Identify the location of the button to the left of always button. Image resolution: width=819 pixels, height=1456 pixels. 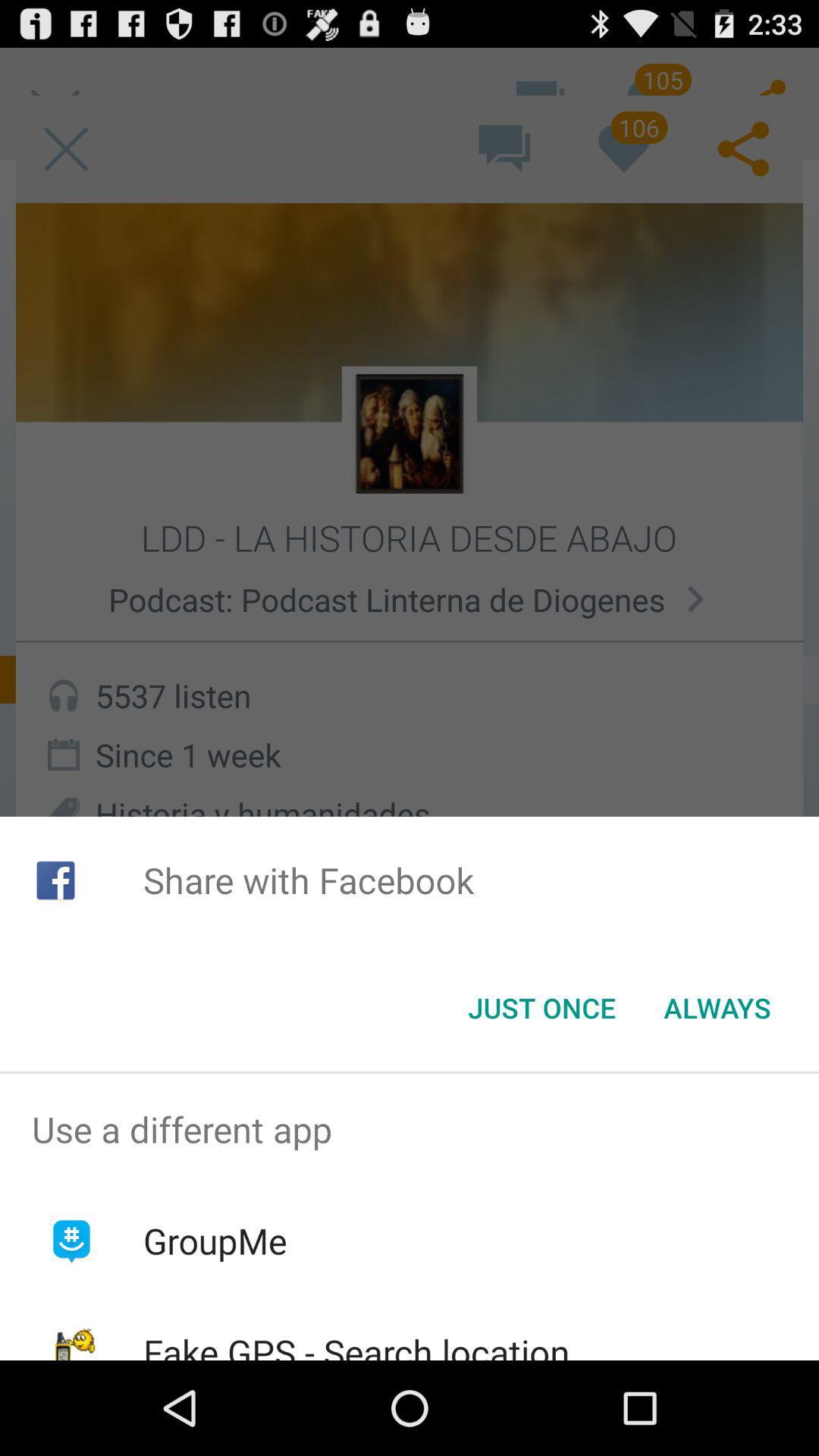
(541, 1008).